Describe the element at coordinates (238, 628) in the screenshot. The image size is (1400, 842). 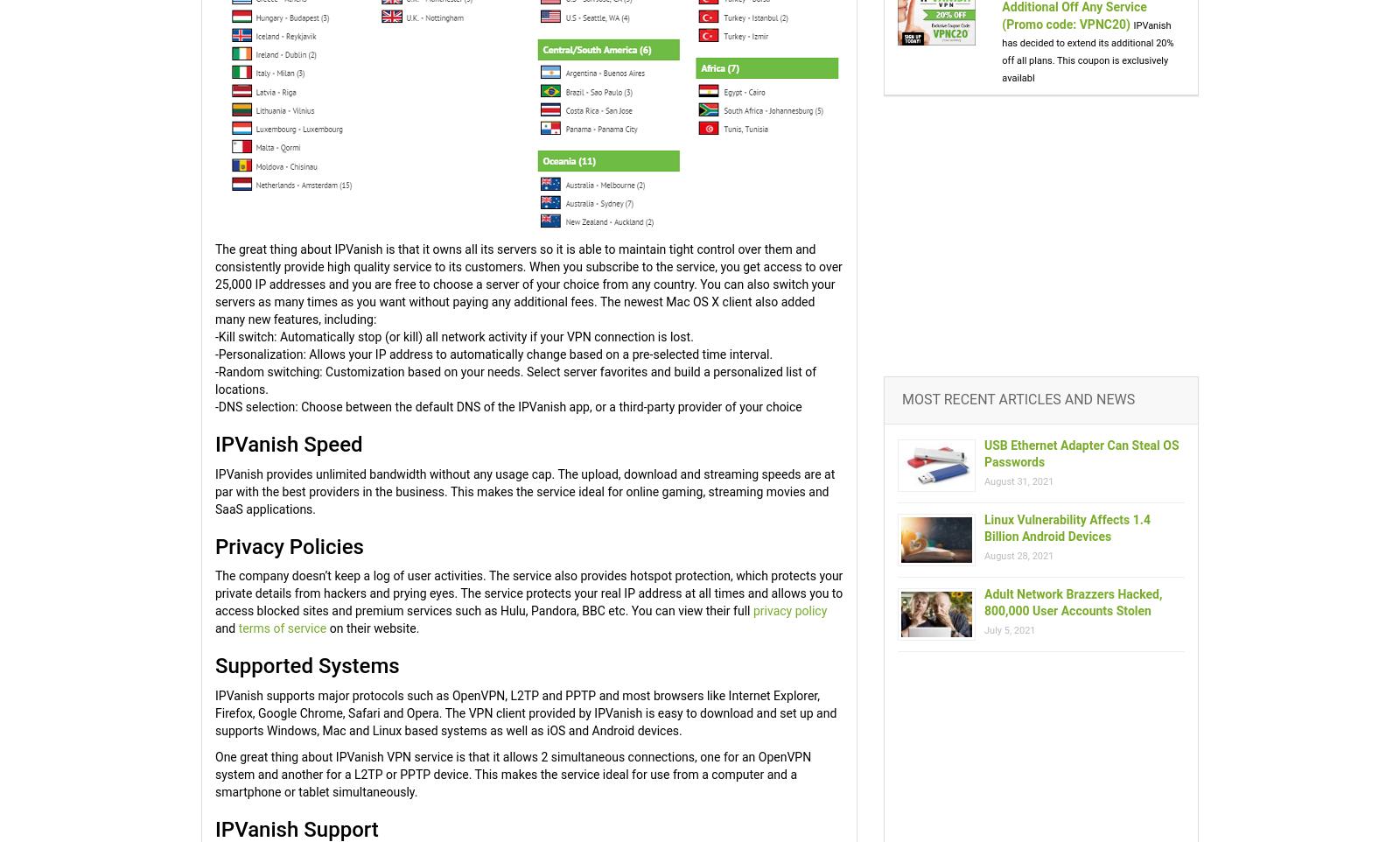
I see `'terms of service'` at that location.